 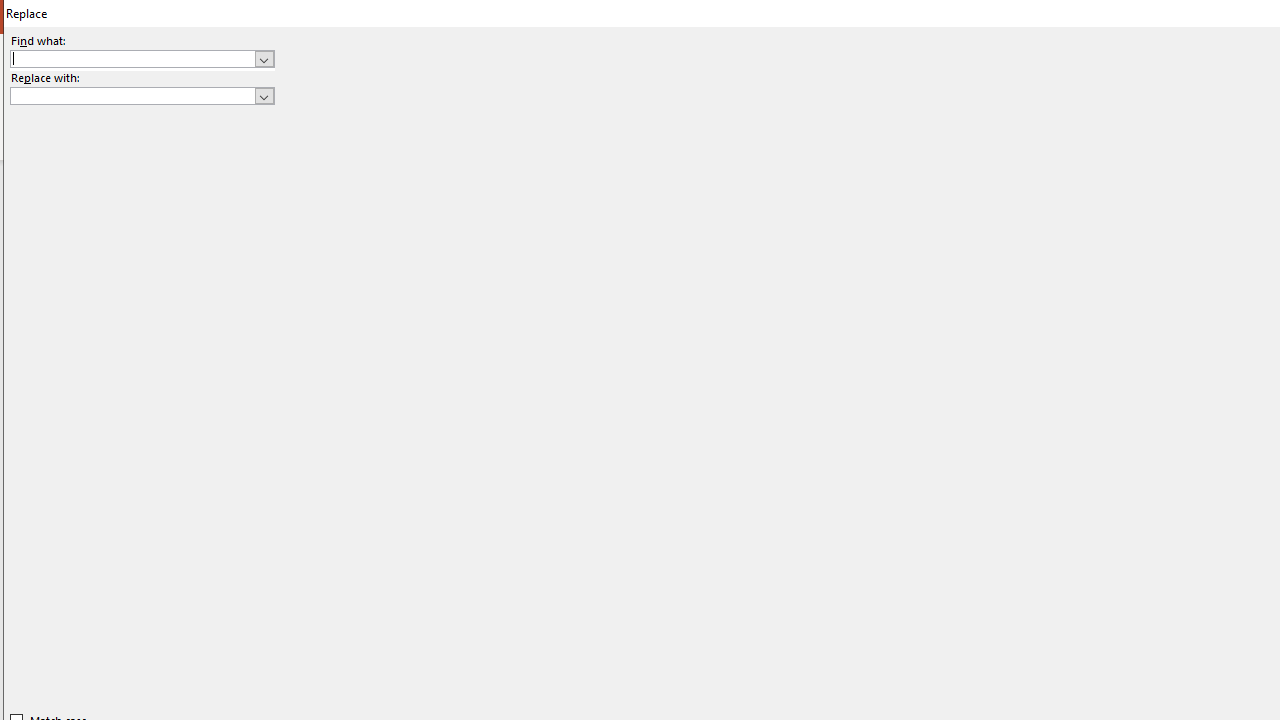 I want to click on 'Replace with', so click(x=141, y=96).